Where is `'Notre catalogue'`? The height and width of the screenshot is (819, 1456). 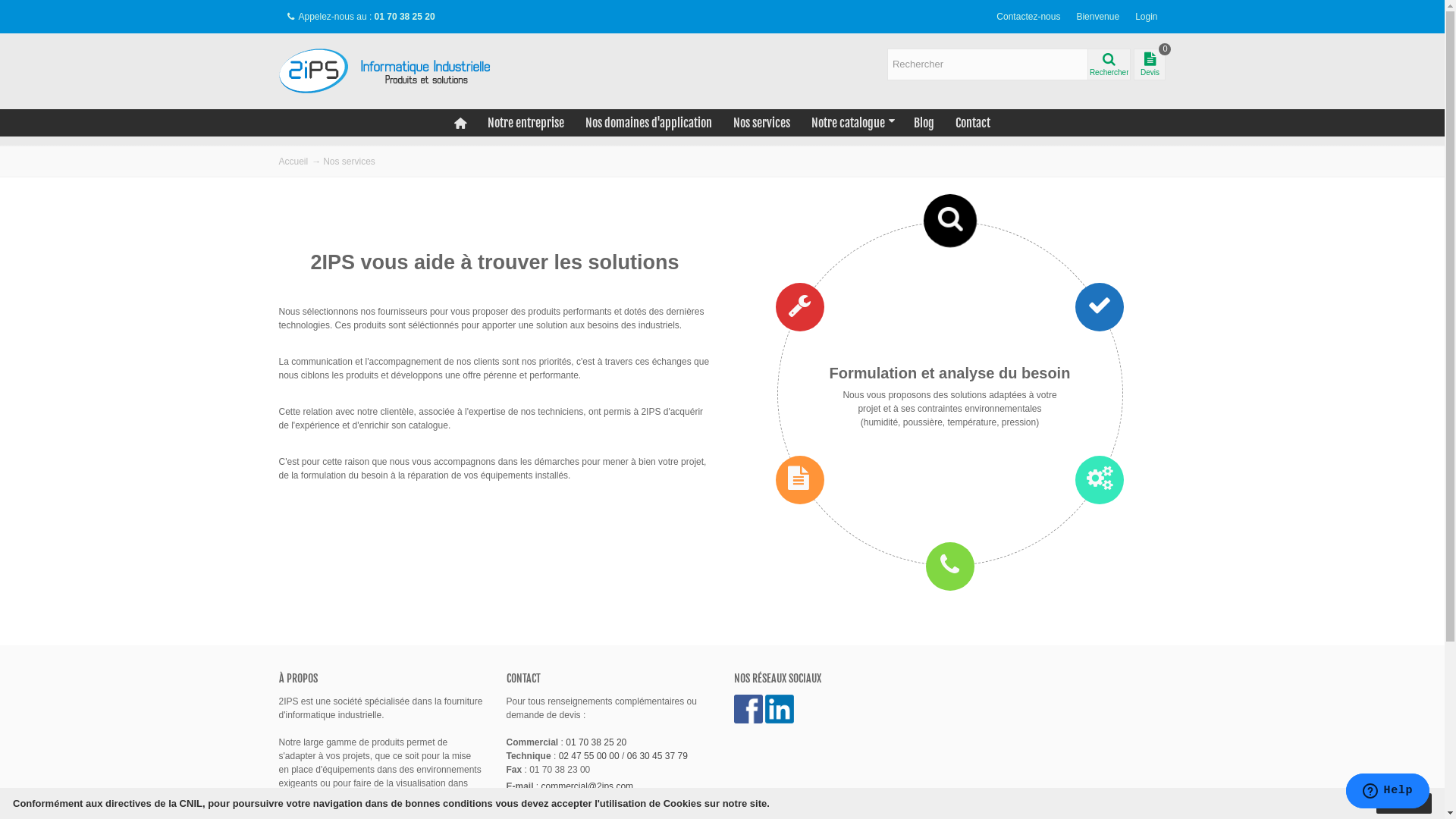
'Notre catalogue' is located at coordinates (800, 122).